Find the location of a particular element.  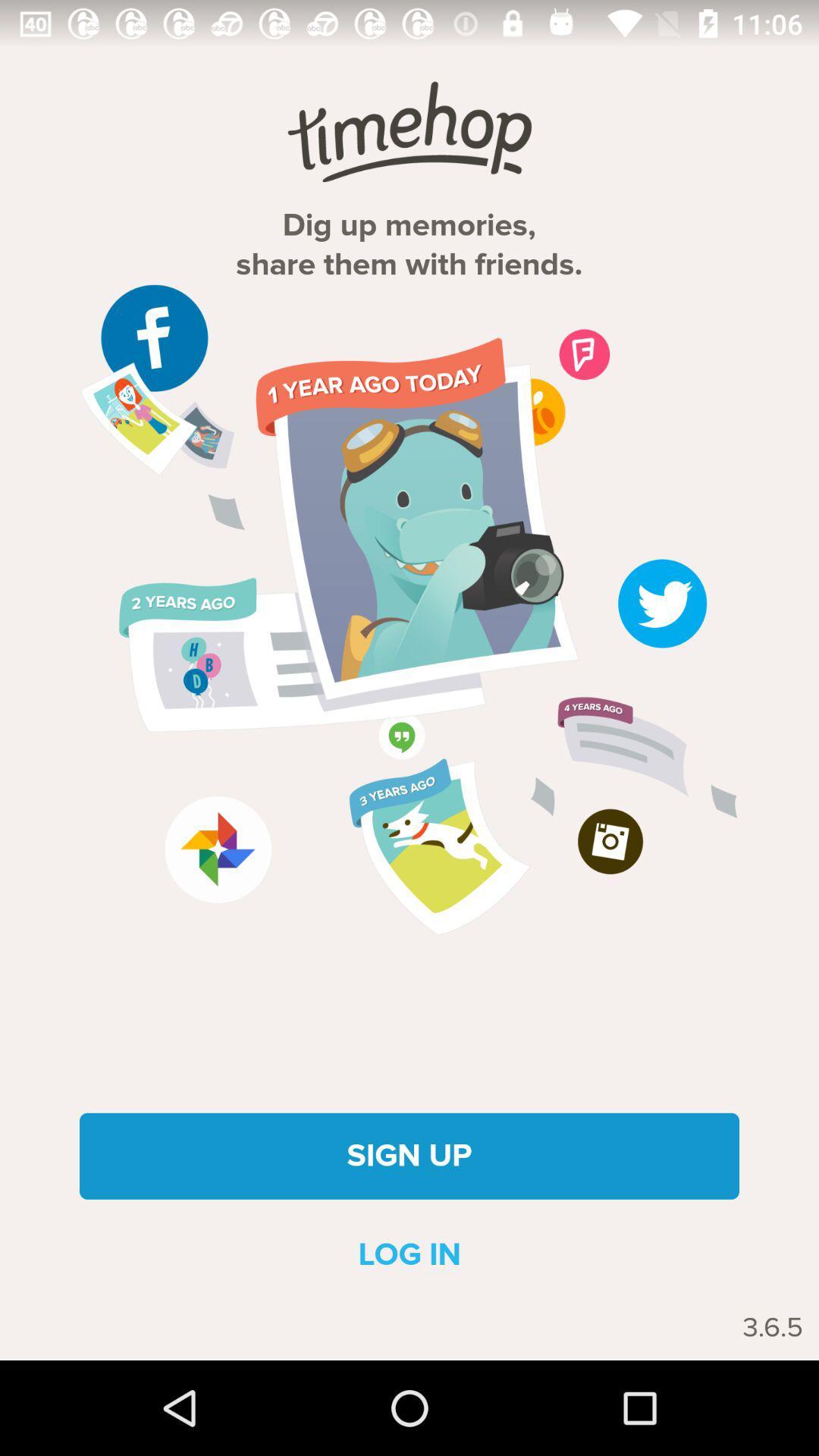

the icon above 3.6.5 is located at coordinates (409, 1255).